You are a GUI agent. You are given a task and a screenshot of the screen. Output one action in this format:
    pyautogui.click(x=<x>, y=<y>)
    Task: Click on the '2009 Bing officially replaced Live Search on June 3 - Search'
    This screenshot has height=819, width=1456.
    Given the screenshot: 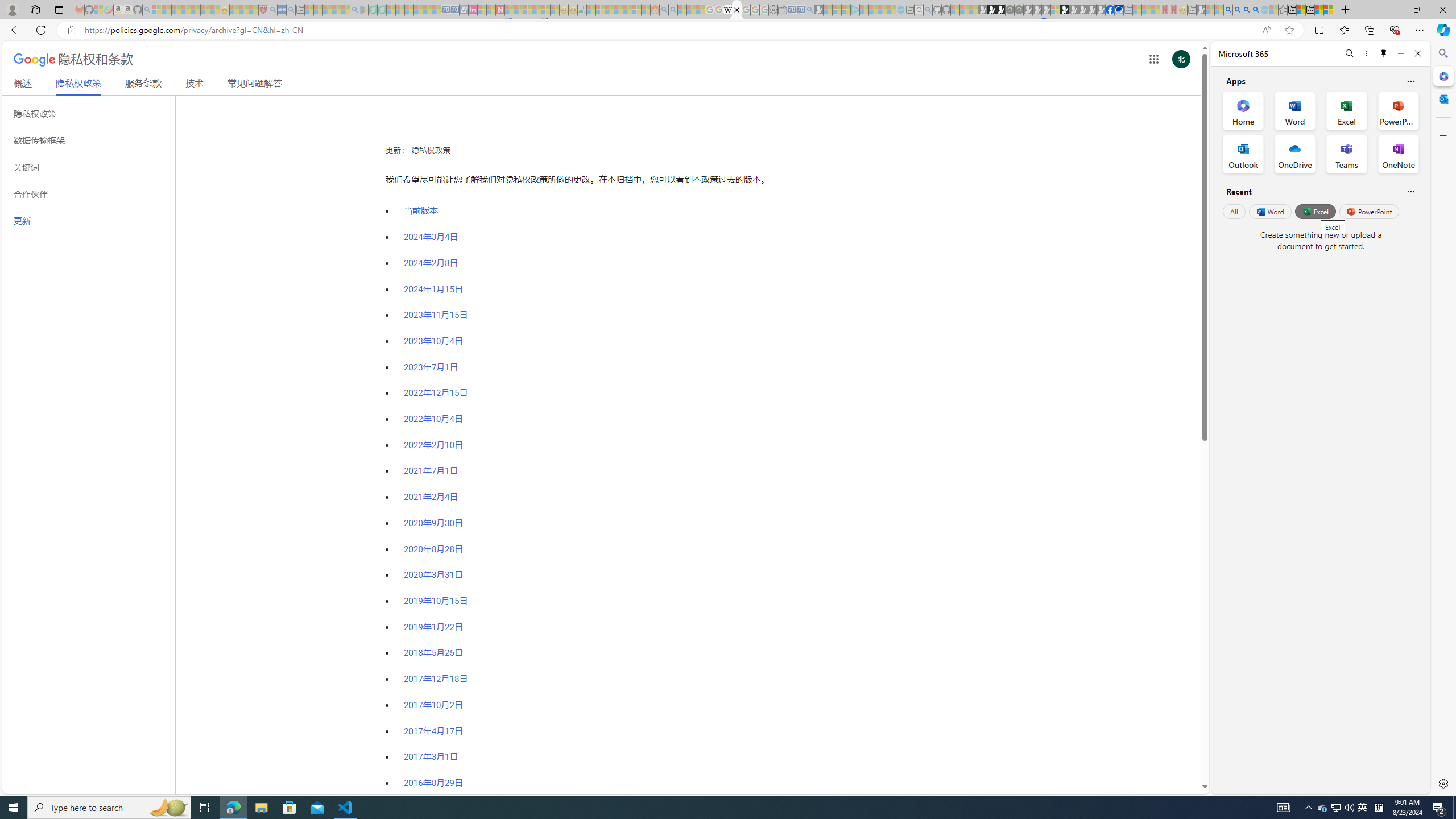 What is the action you would take?
    pyautogui.click(x=1236, y=9)
    